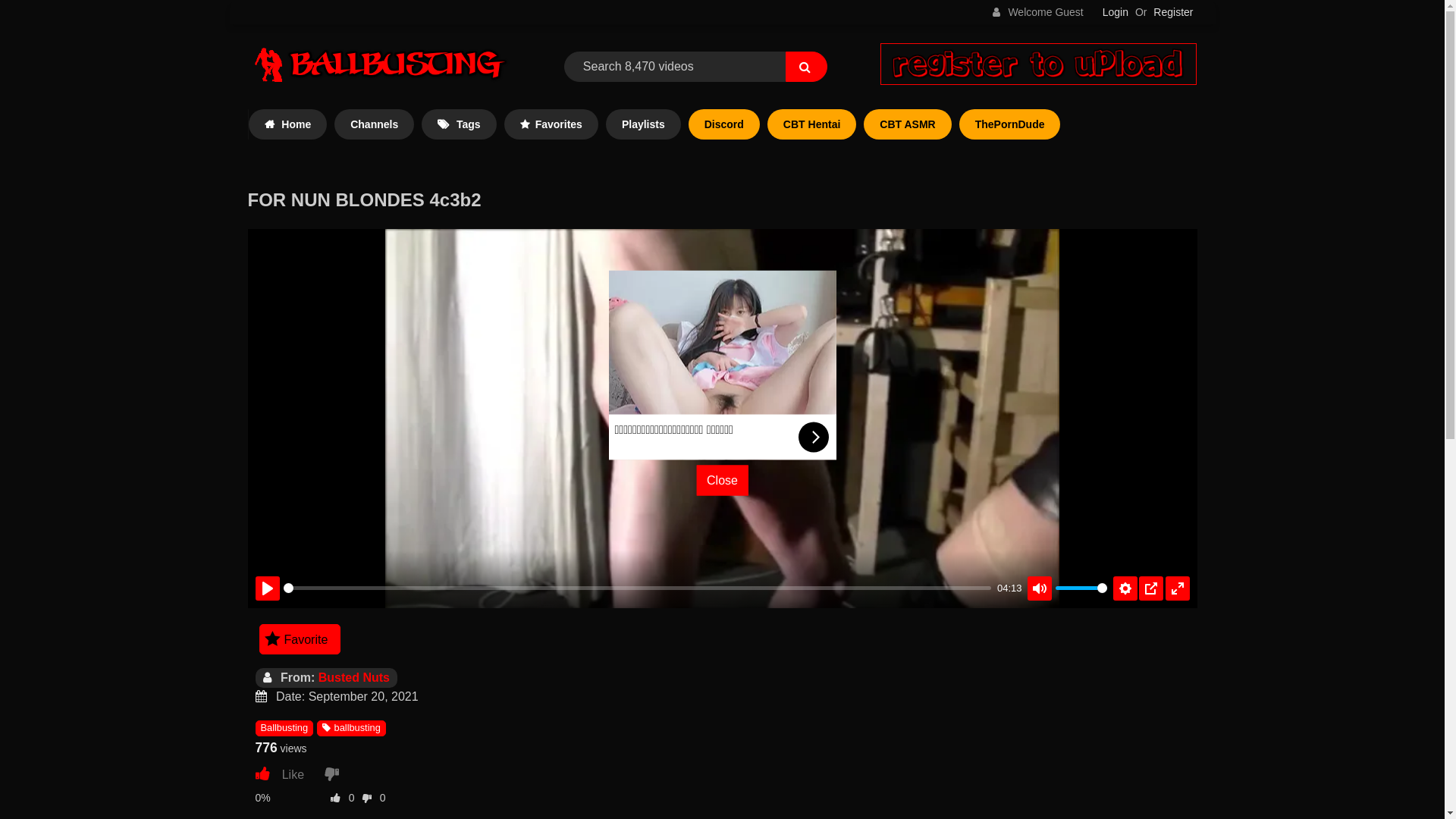  Describe the element at coordinates (550, 124) in the screenshot. I see `'Favorites'` at that location.